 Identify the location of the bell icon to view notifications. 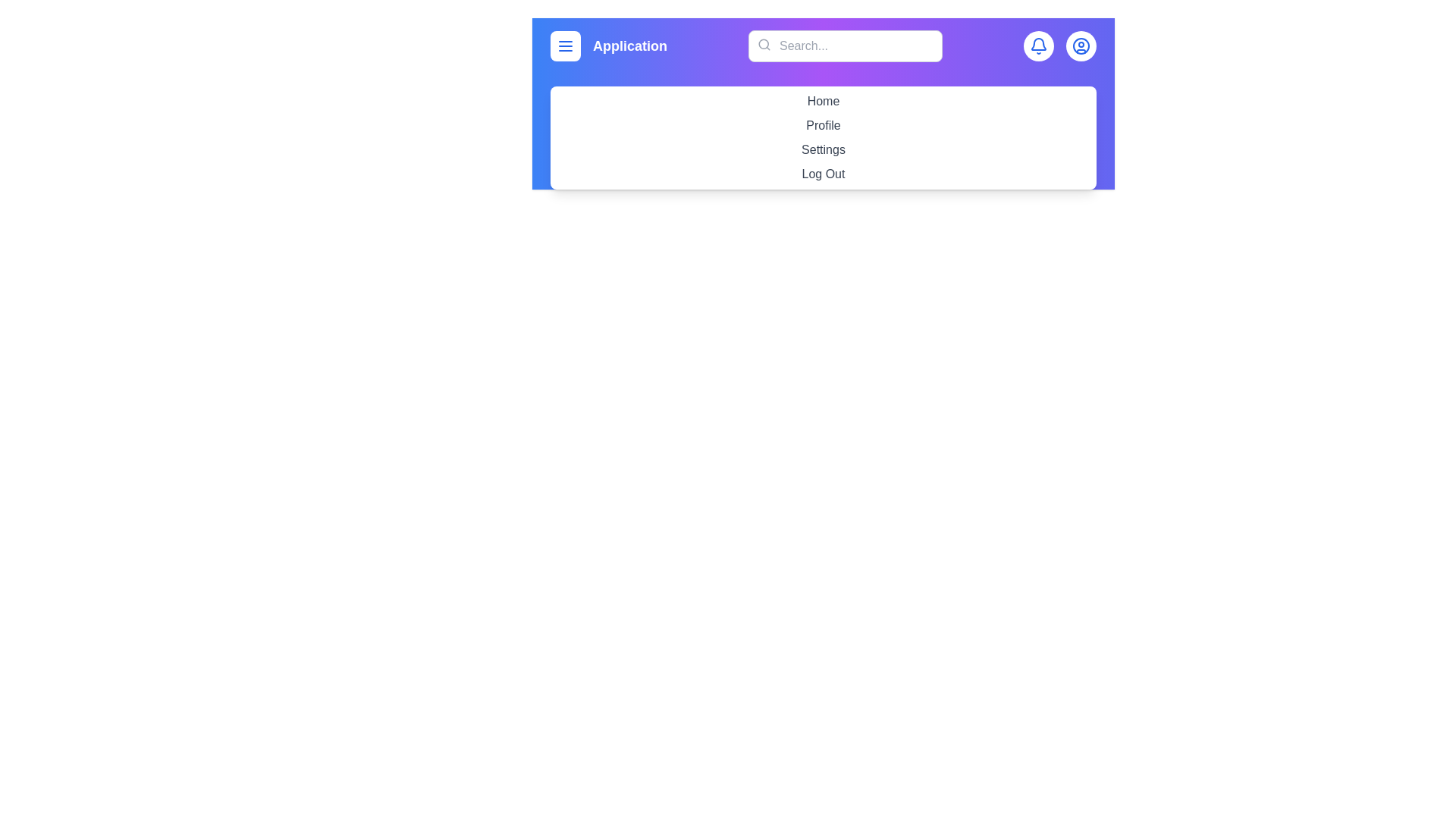
(1037, 45).